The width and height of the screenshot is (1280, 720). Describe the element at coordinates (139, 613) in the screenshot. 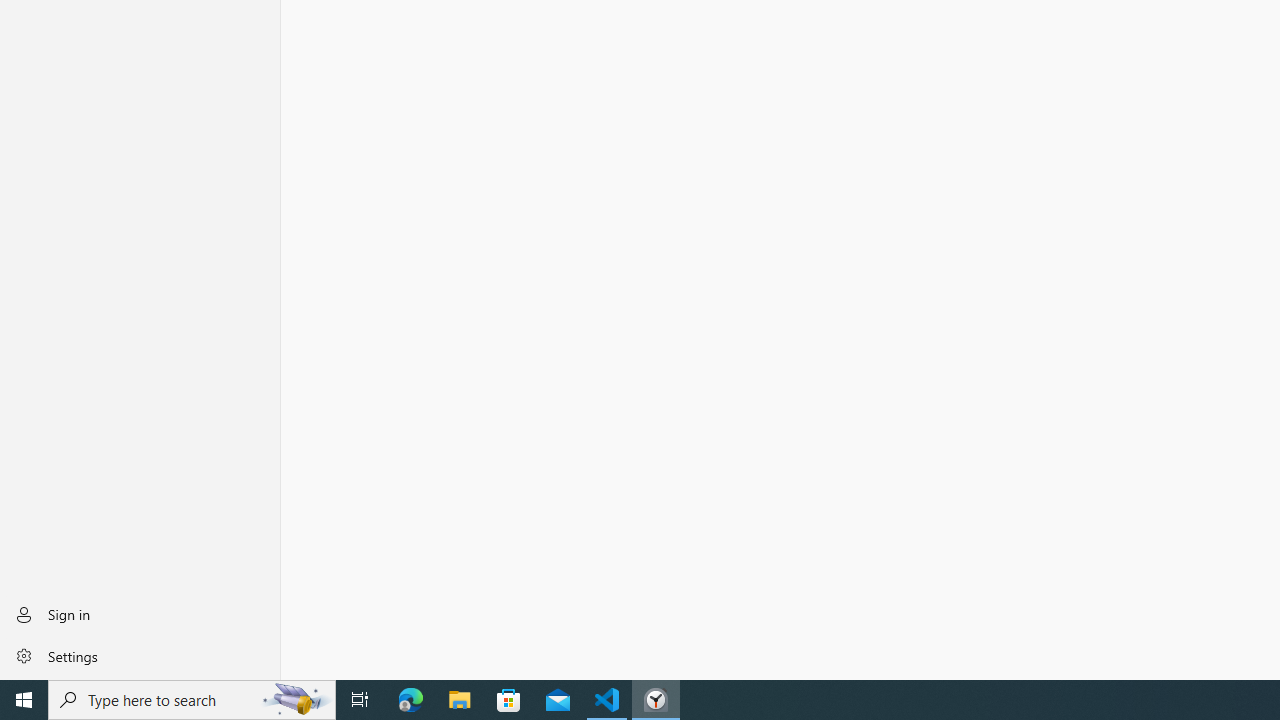

I see `'Sign in'` at that location.